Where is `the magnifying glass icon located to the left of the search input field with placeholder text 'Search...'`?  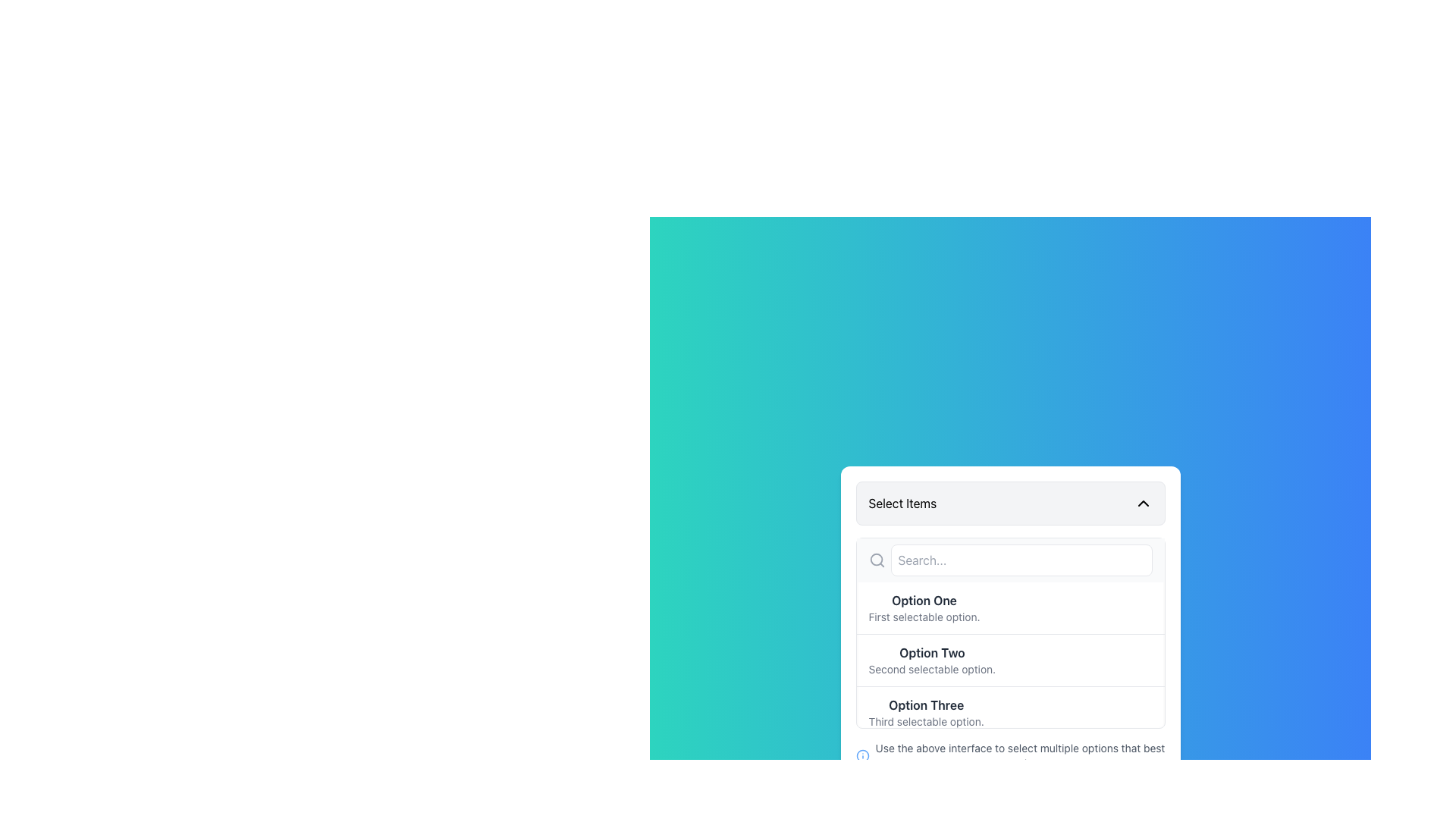
the magnifying glass icon located to the left of the search input field with placeholder text 'Search...' is located at coordinates (877, 560).